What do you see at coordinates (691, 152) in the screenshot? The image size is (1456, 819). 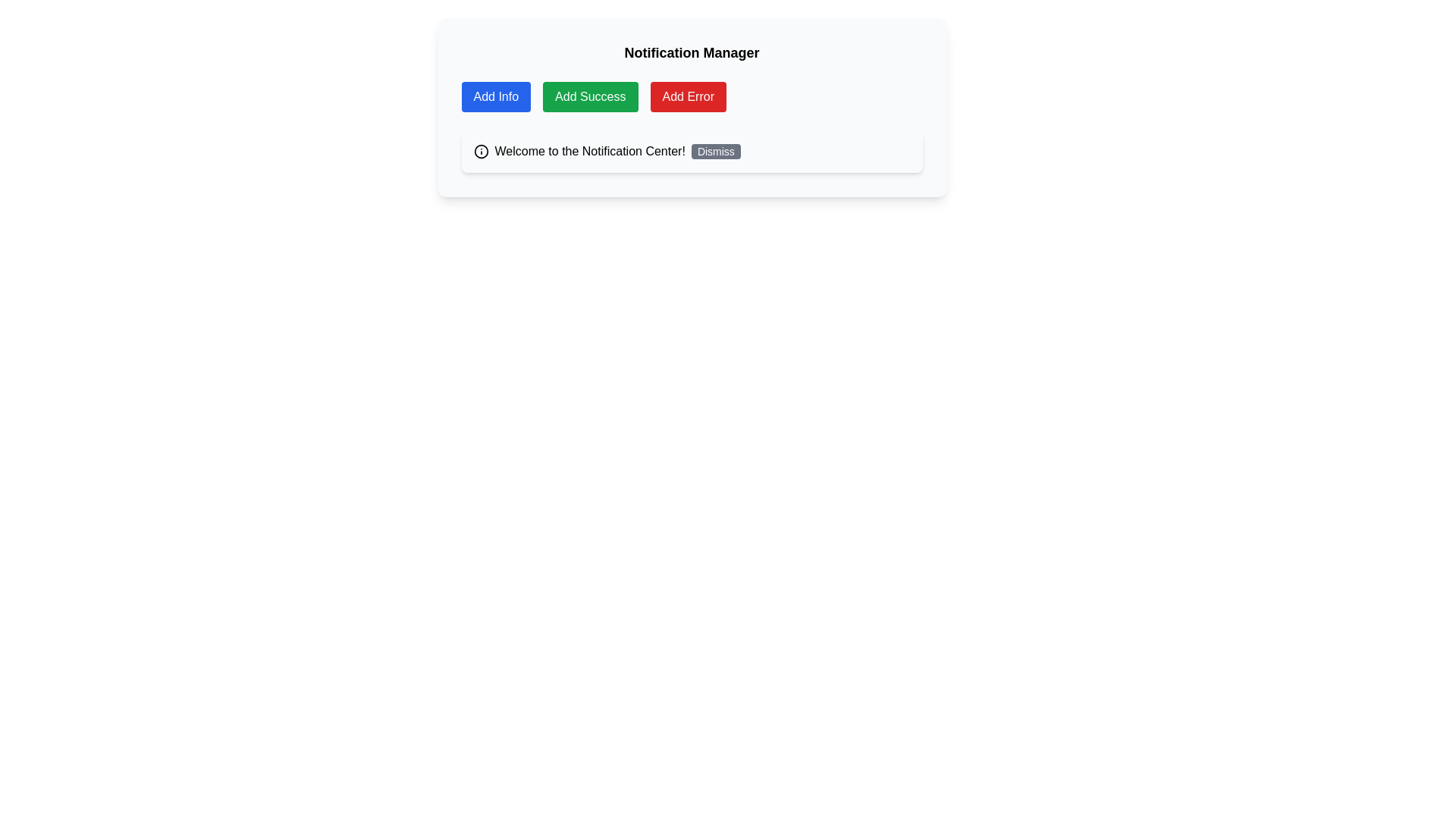 I see `the info icon or the notification text in the Notification Card that reads 'Welcome to the Notification Center!' for further details` at bounding box center [691, 152].